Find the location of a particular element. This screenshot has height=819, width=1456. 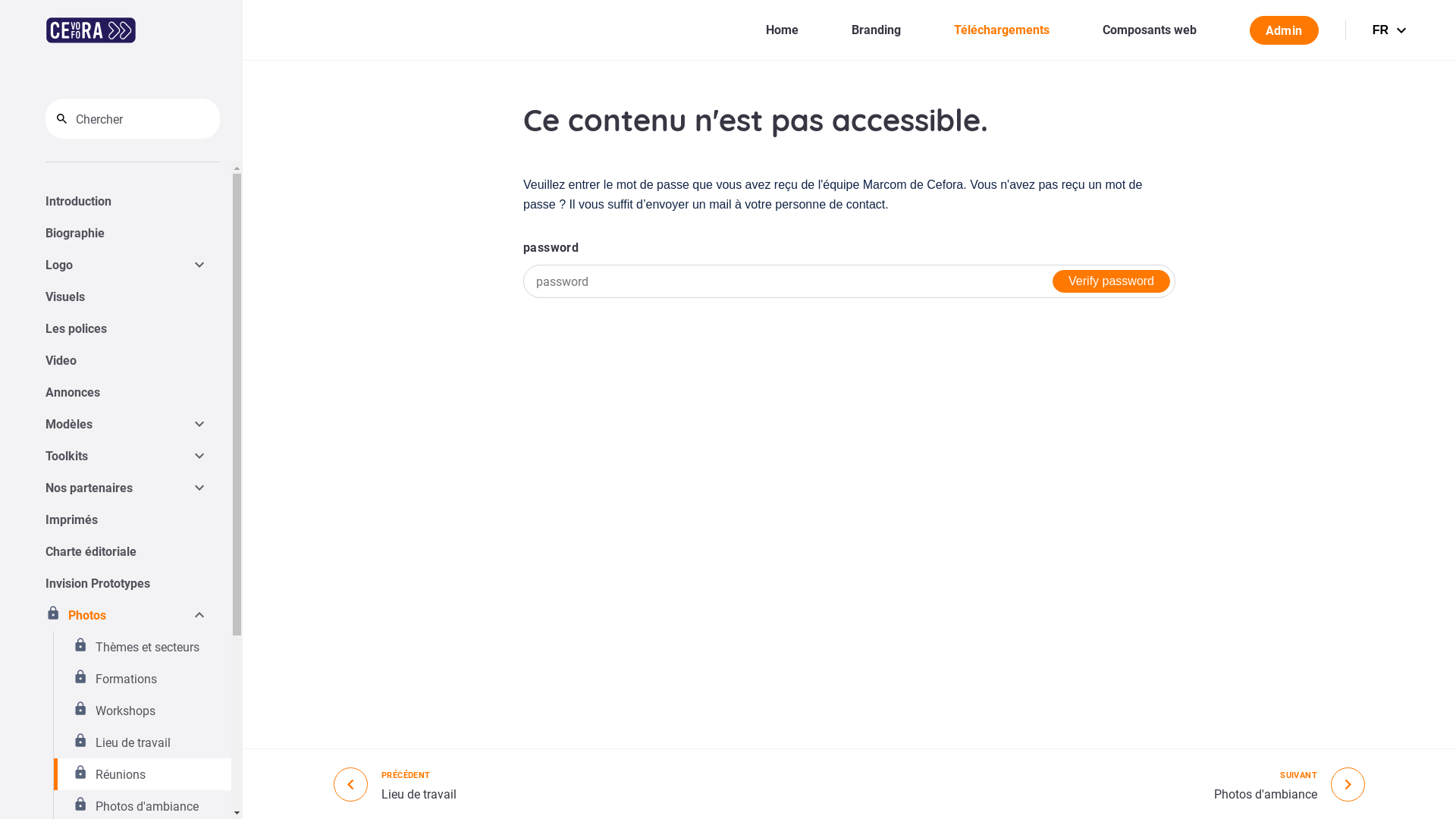

'Admin' is located at coordinates (1283, 29).